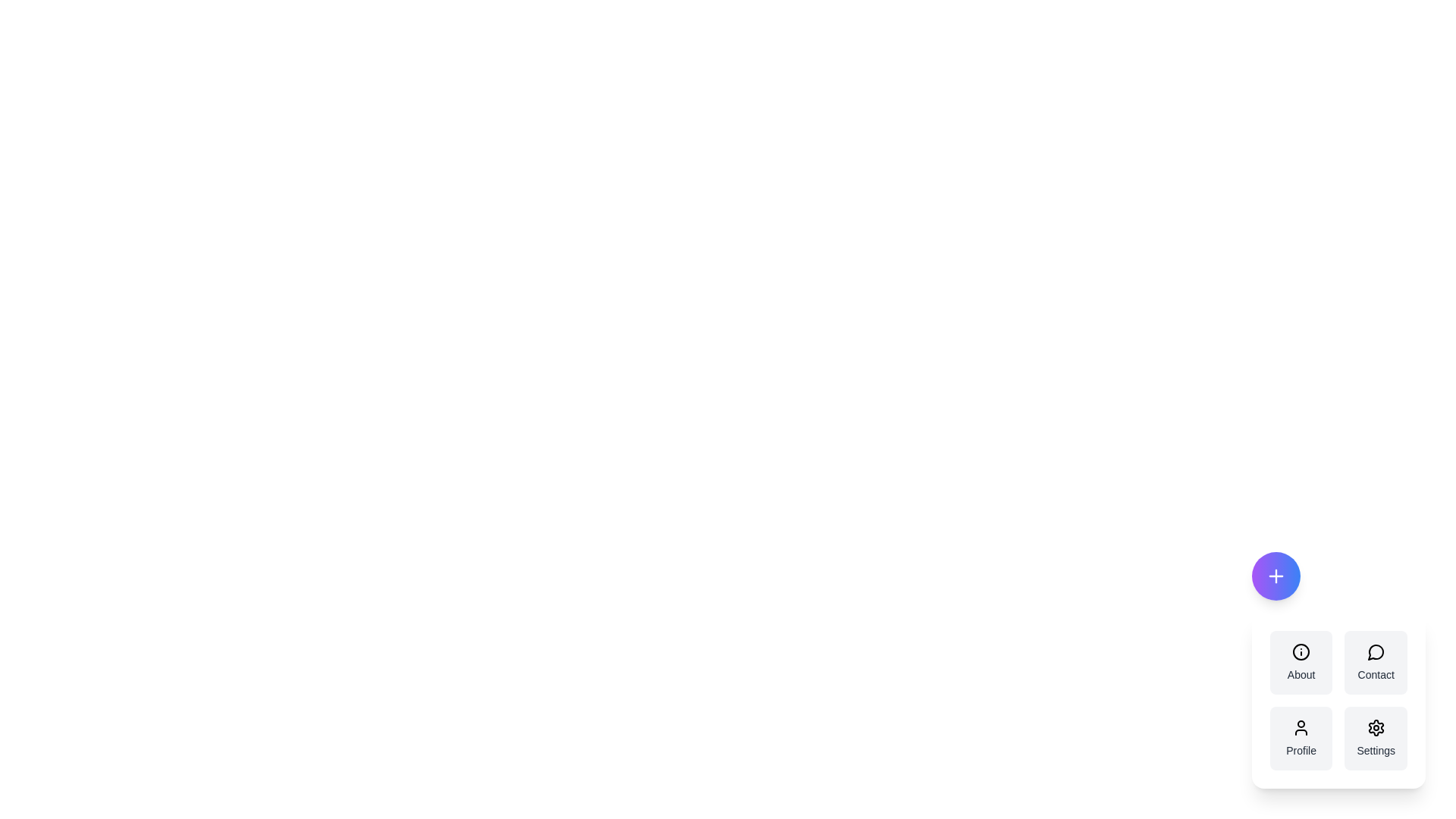 This screenshot has width=1456, height=819. What do you see at coordinates (1376, 738) in the screenshot?
I see `the menu option Settings` at bounding box center [1376, 738].